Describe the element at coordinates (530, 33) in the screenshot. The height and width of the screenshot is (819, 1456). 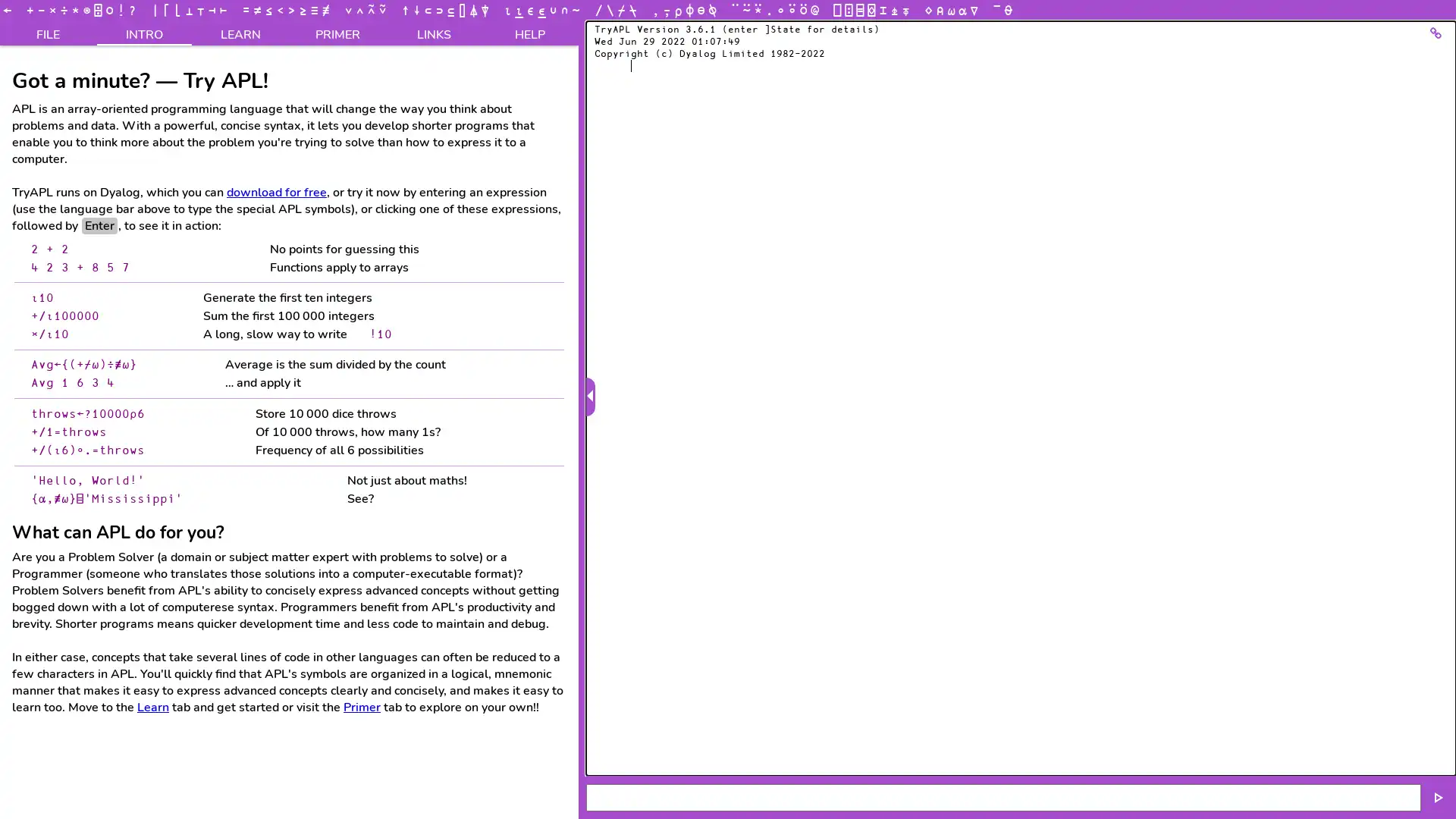
I see `HELP` at that location.